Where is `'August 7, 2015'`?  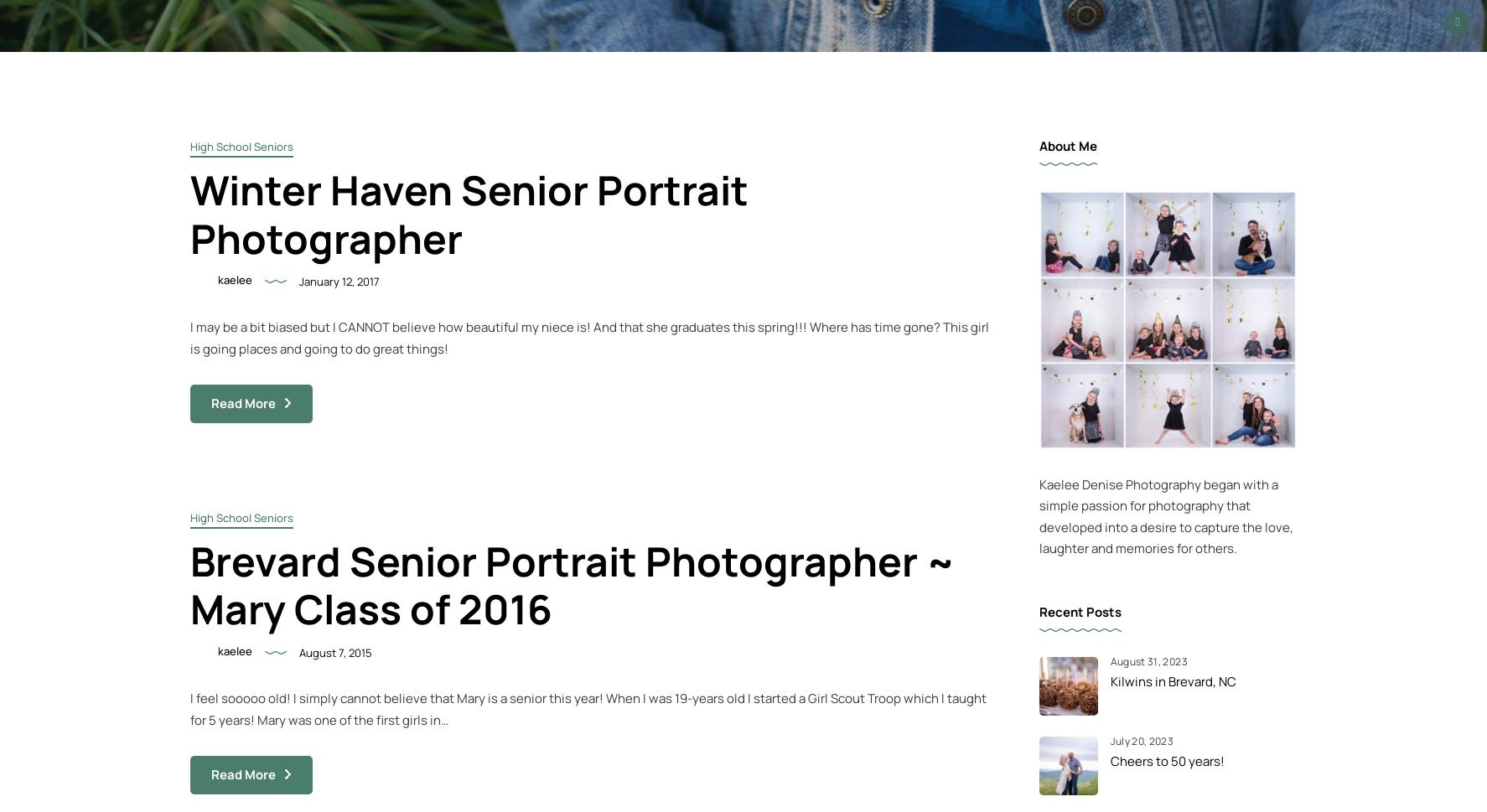
'August 7, 2015' is located at coordinates (334, 651).